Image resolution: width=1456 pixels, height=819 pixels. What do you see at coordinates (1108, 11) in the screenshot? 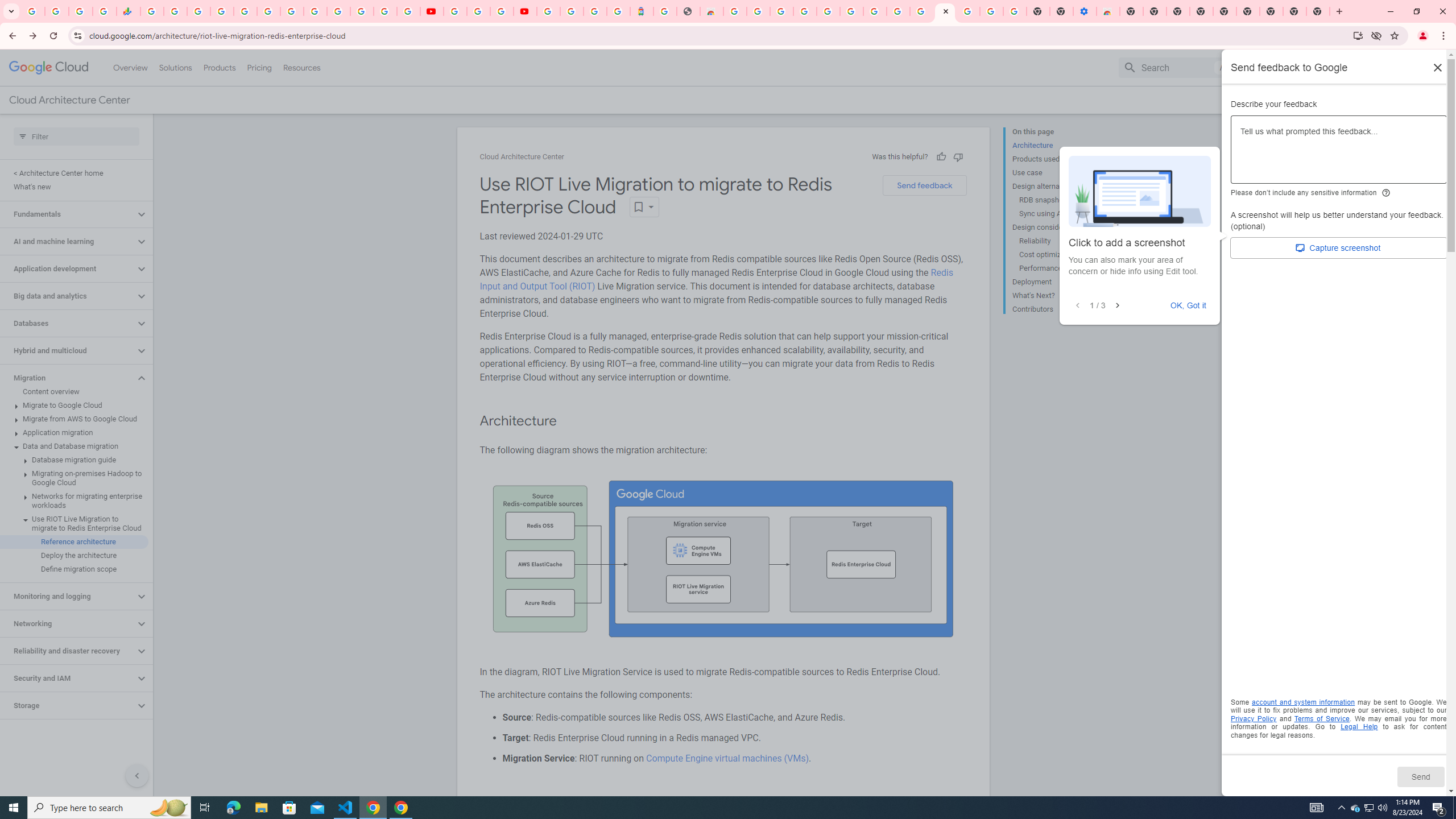
I see `'Chrome Web Store - Accessibility extensions'` at bounding box center [1108, 11].